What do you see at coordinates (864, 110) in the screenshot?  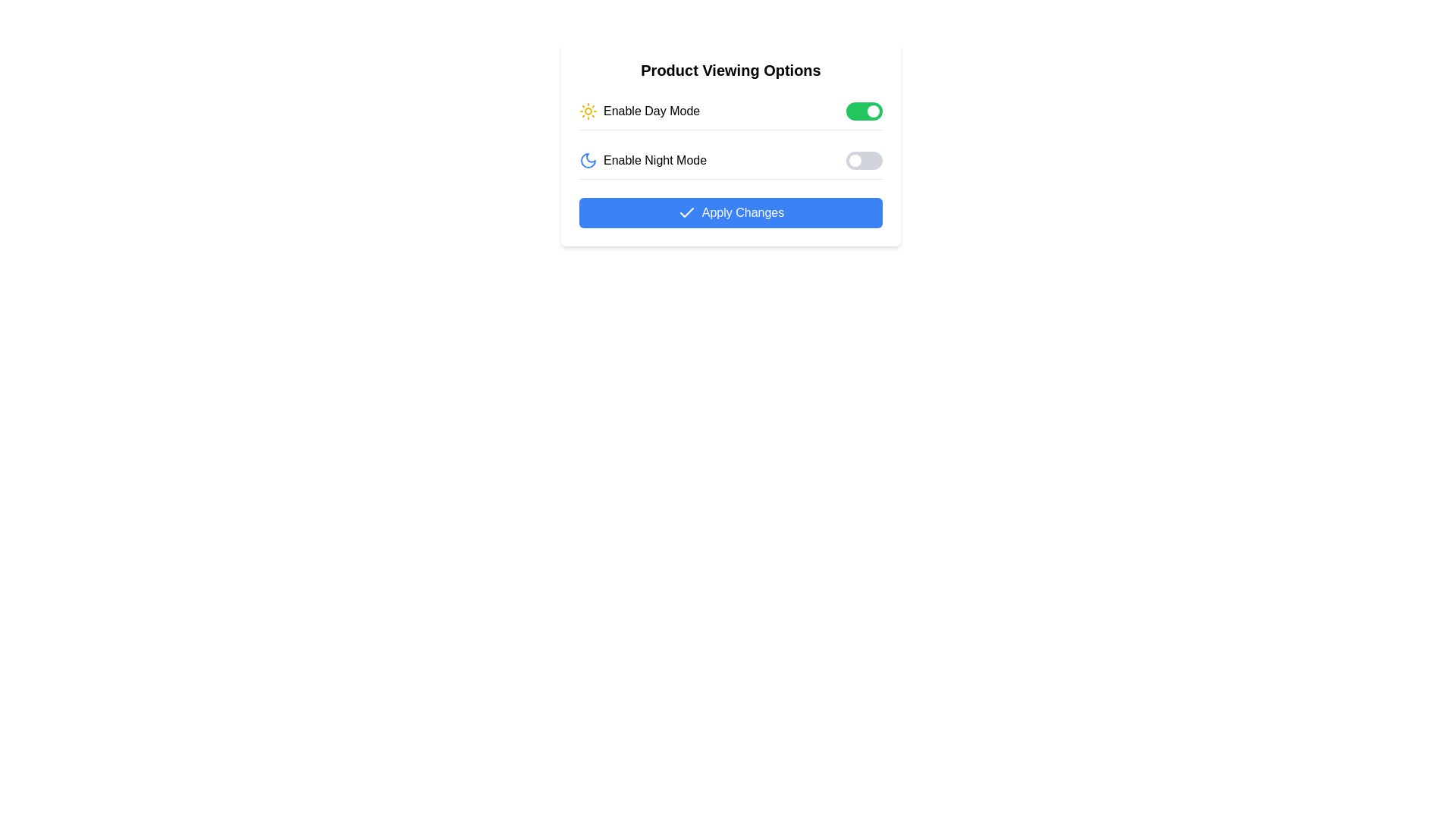 I see `the toggle switch located to the right of the 'Enable Day Mode' label in the 'Product Viewing Options' section to change its state` at bounding box center [864, 110].